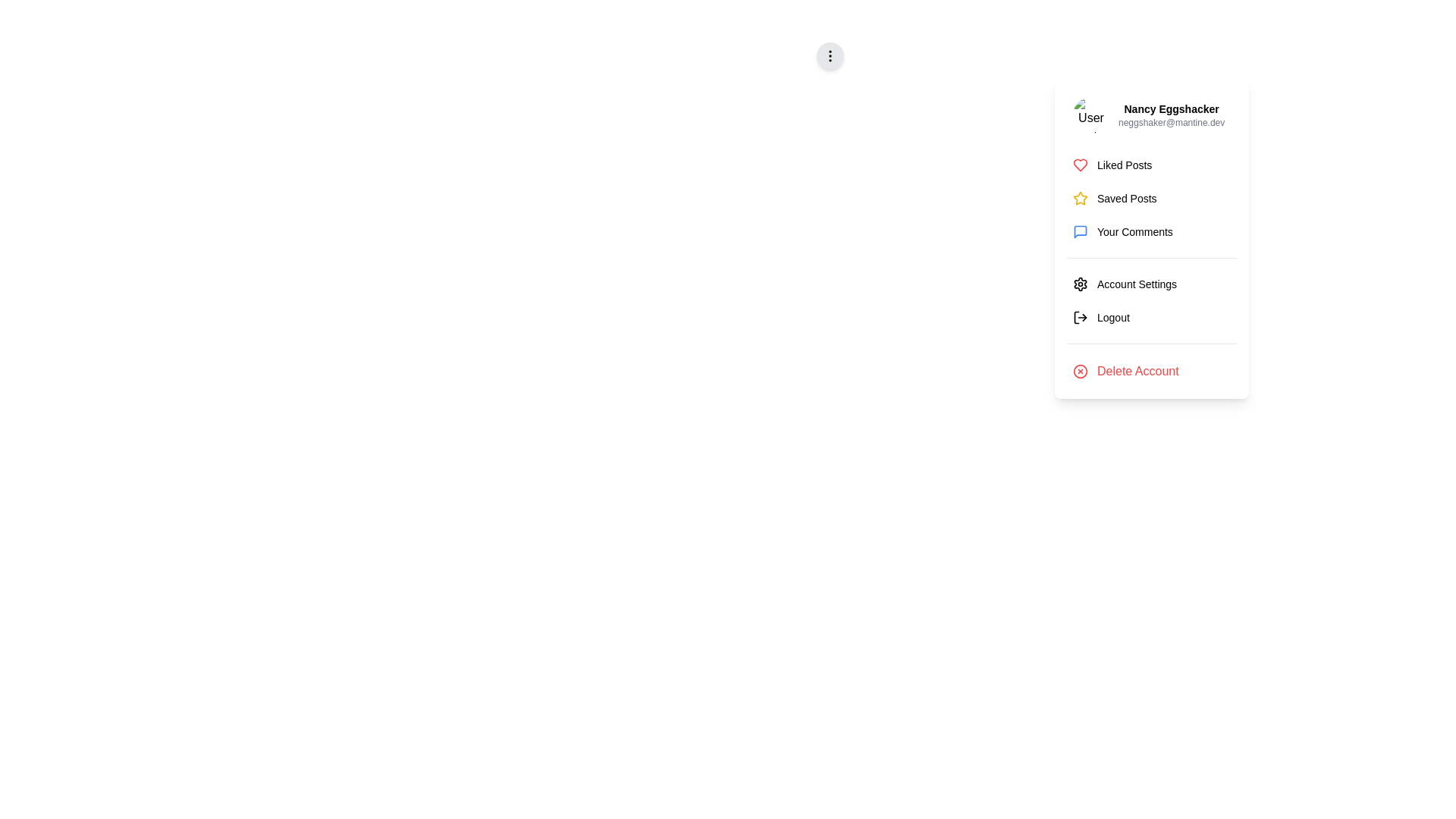  I want to click on the logout button located in the 'Account Settings' section of the vertical menu, so click(1151, 317).